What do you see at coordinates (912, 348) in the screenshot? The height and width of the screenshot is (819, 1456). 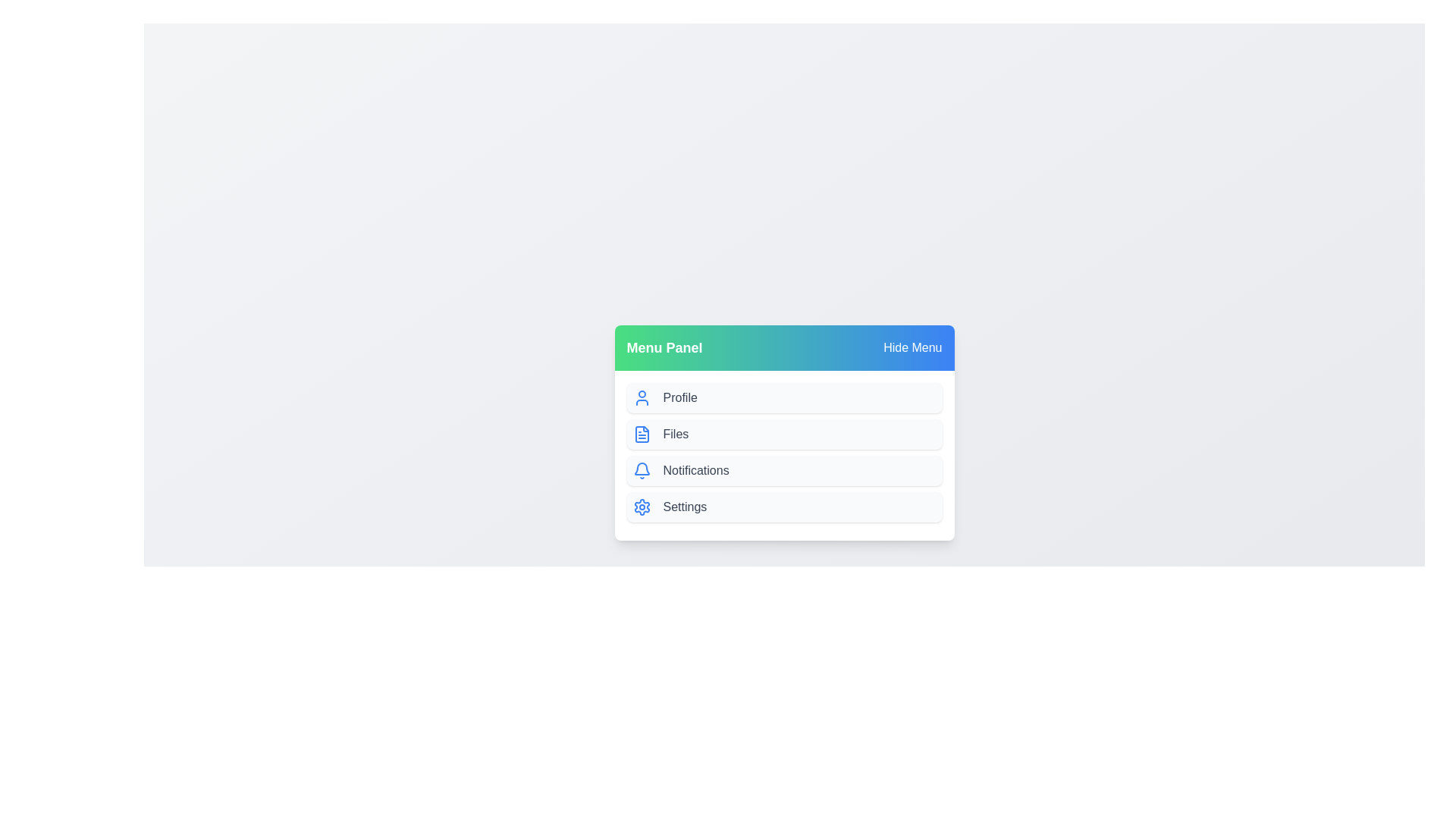 I see `the 'Hide Menu' button to toggle the menu visibility` at bounding box center [912, 348].